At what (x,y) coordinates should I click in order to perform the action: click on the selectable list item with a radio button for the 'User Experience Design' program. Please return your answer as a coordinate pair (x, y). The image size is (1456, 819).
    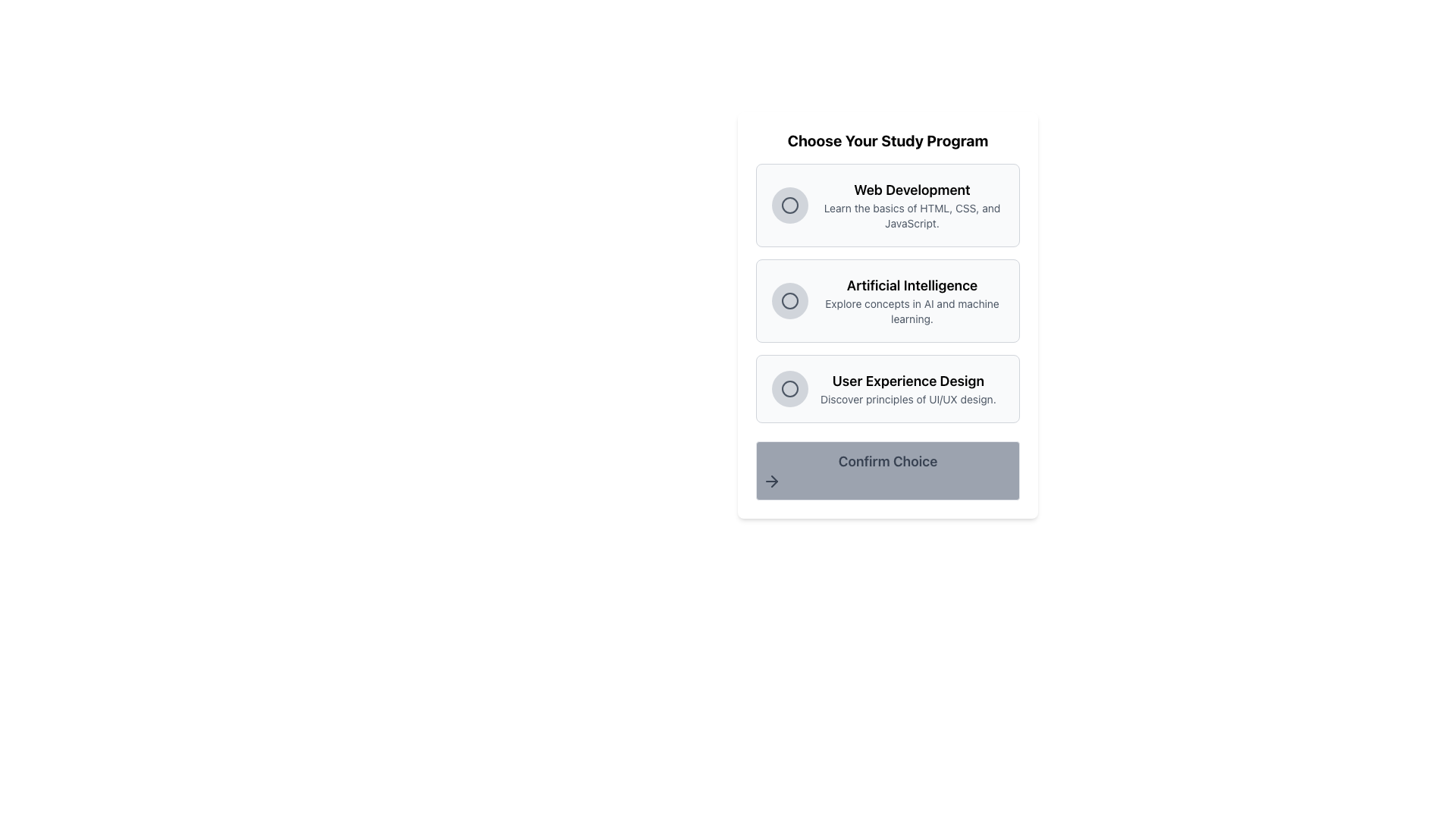
    Looking at the image, I should click on (888, 388).